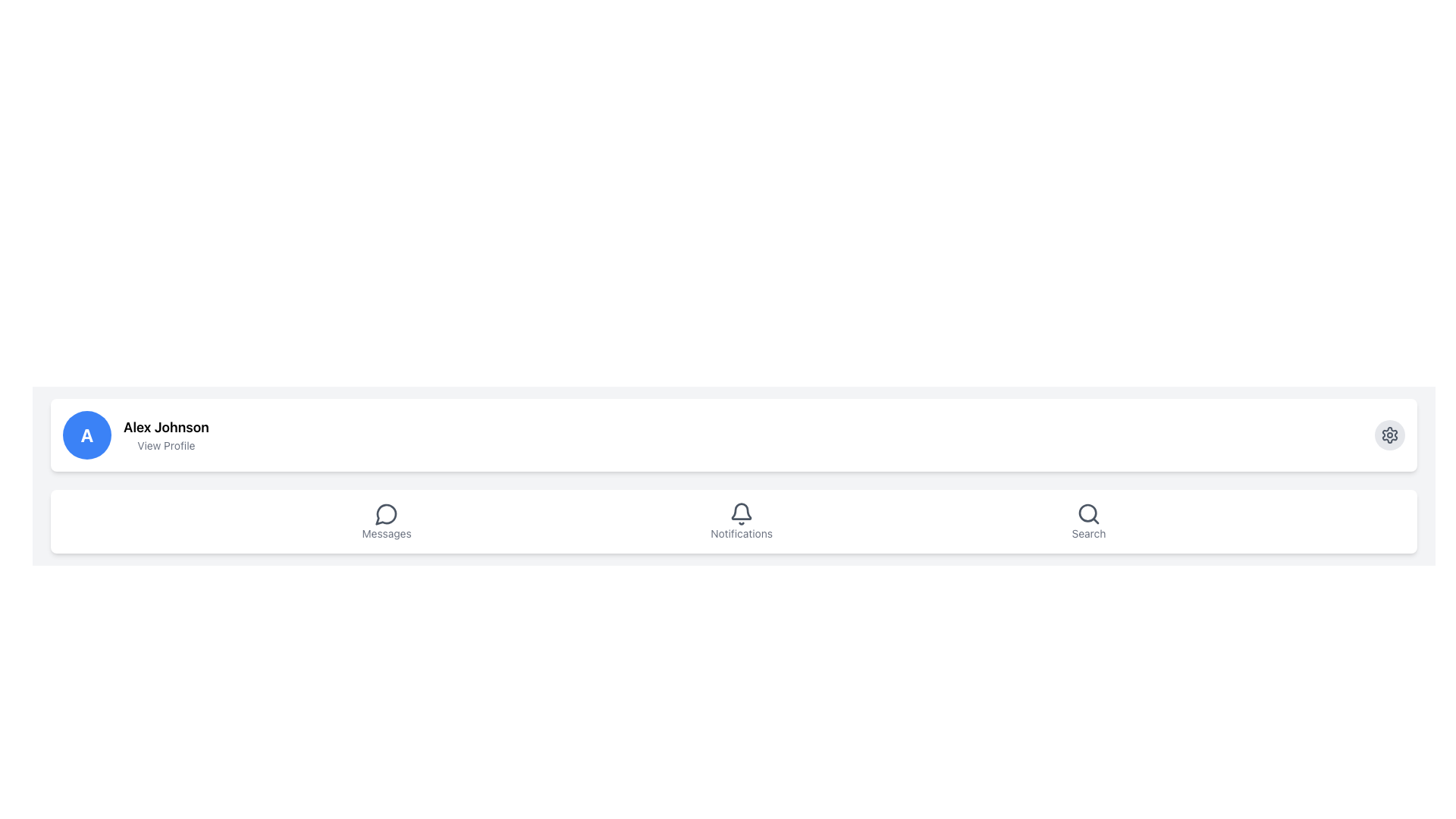 Image resolution: width=1456 pixels, height=819 pixels. I want to click on the search input trigger icon button located at the bottom-center of the interface, just above the 'Search' label for accessibility navigation, so click(1087, 513).